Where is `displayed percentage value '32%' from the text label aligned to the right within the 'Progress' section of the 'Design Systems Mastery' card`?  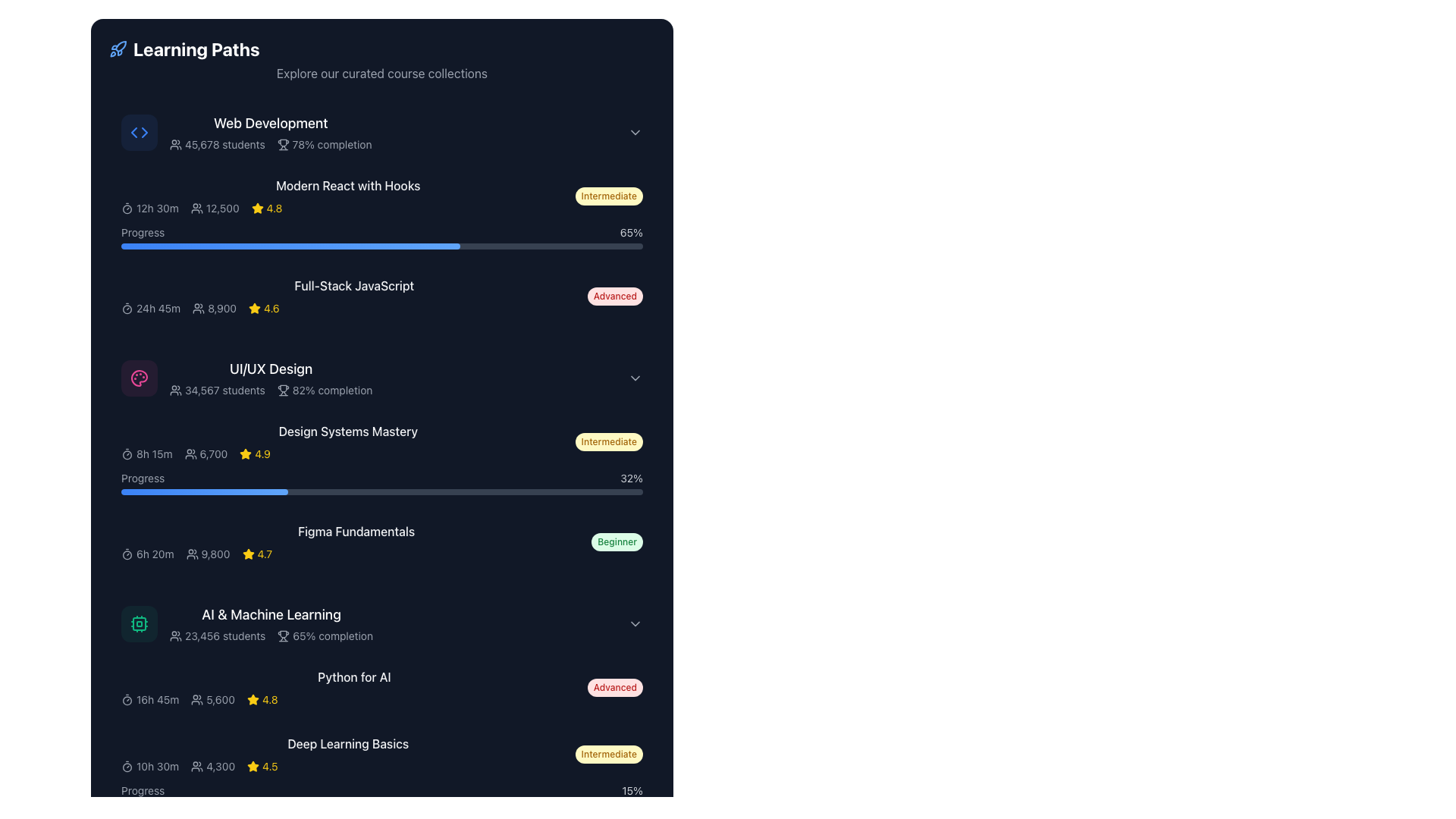
displayed percentage value '32%' from the text label aligned to the right within the 'Progress' section of the 'Design Systems Mastery' card is located at coordinates (632, 479).